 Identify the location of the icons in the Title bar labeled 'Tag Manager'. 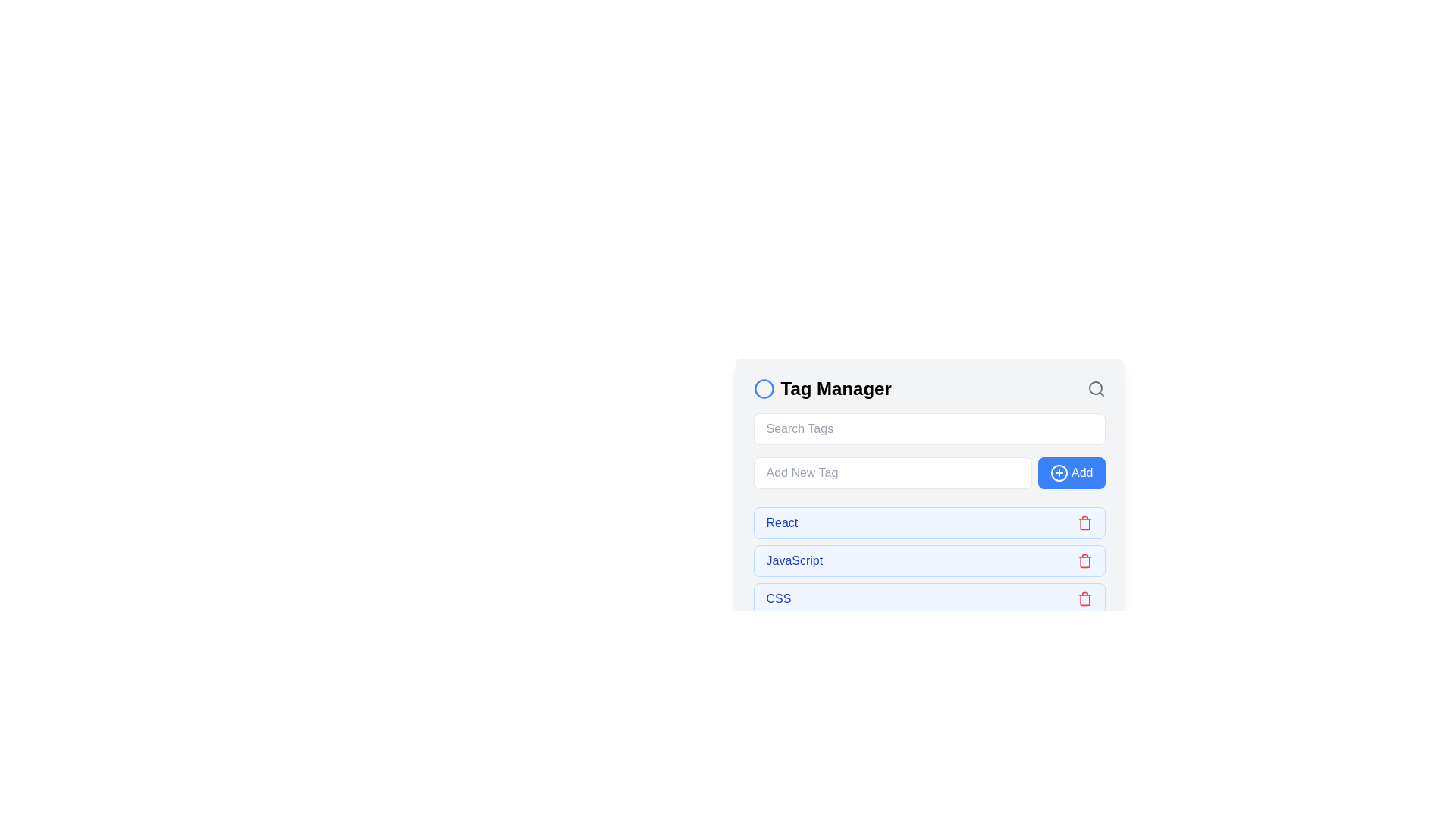
(928, 388).